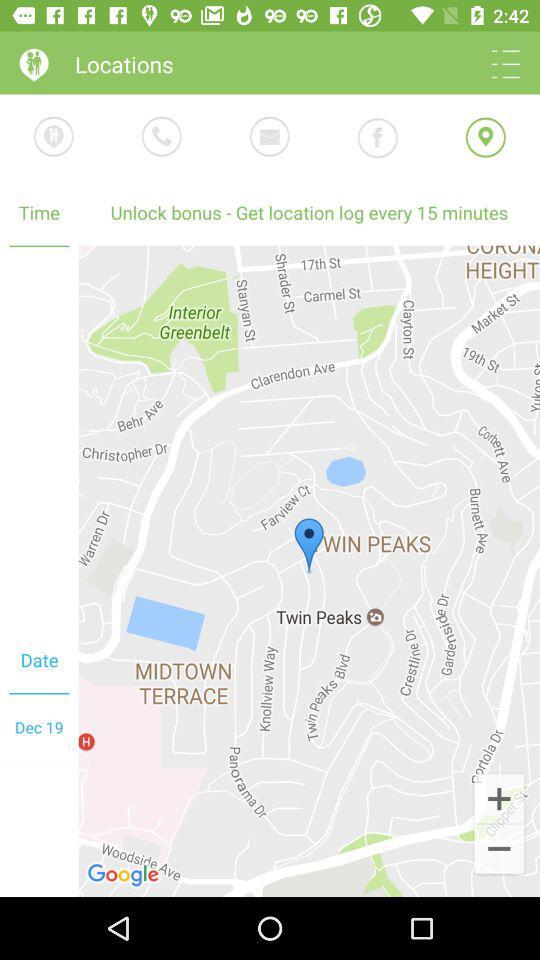  What do you see at coordinates (39, 437) in the screenshot?
I see `the icon above the date app` at bounding box center [39, 437].